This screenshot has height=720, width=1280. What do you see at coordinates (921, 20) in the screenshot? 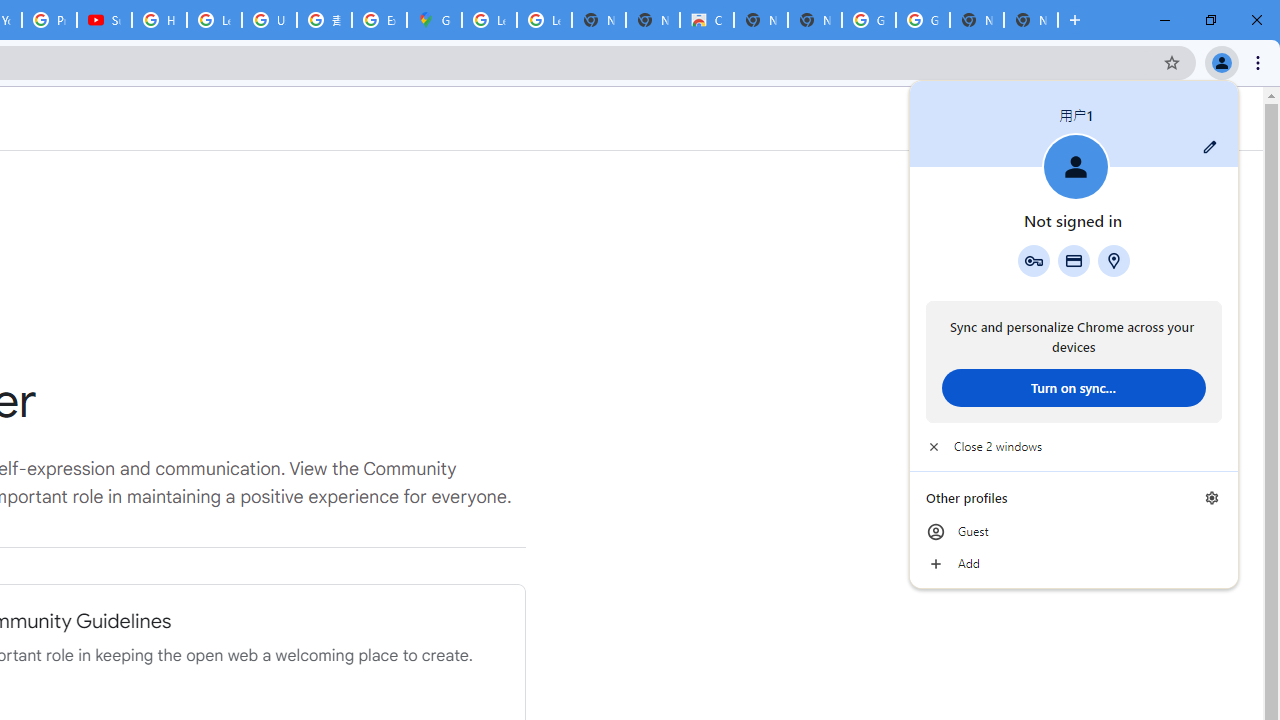
I see `'Google Images'` at bounding box center [921, 20].